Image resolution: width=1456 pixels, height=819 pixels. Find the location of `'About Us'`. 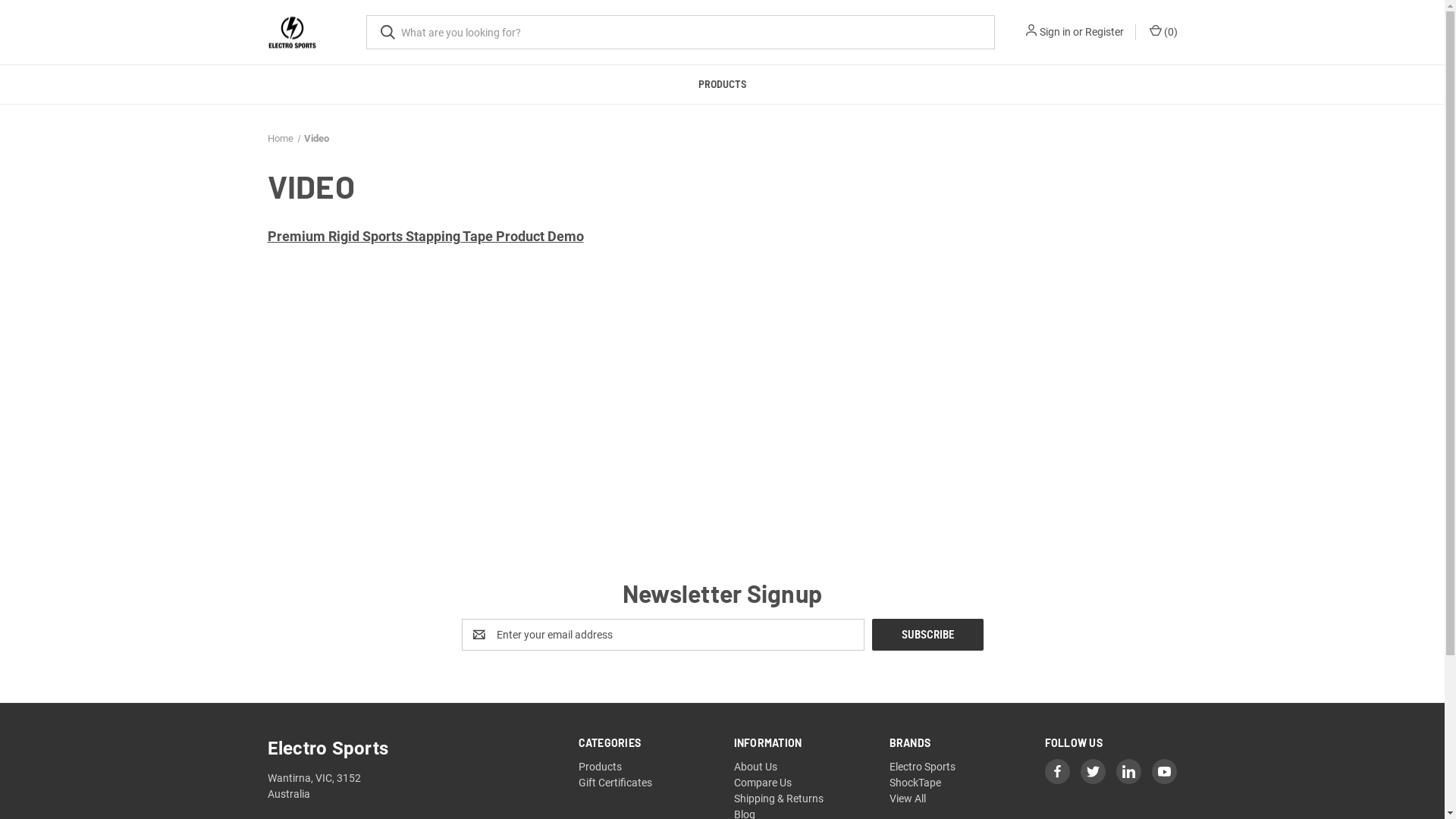

'About Us' is located at coordinates (755, 766).